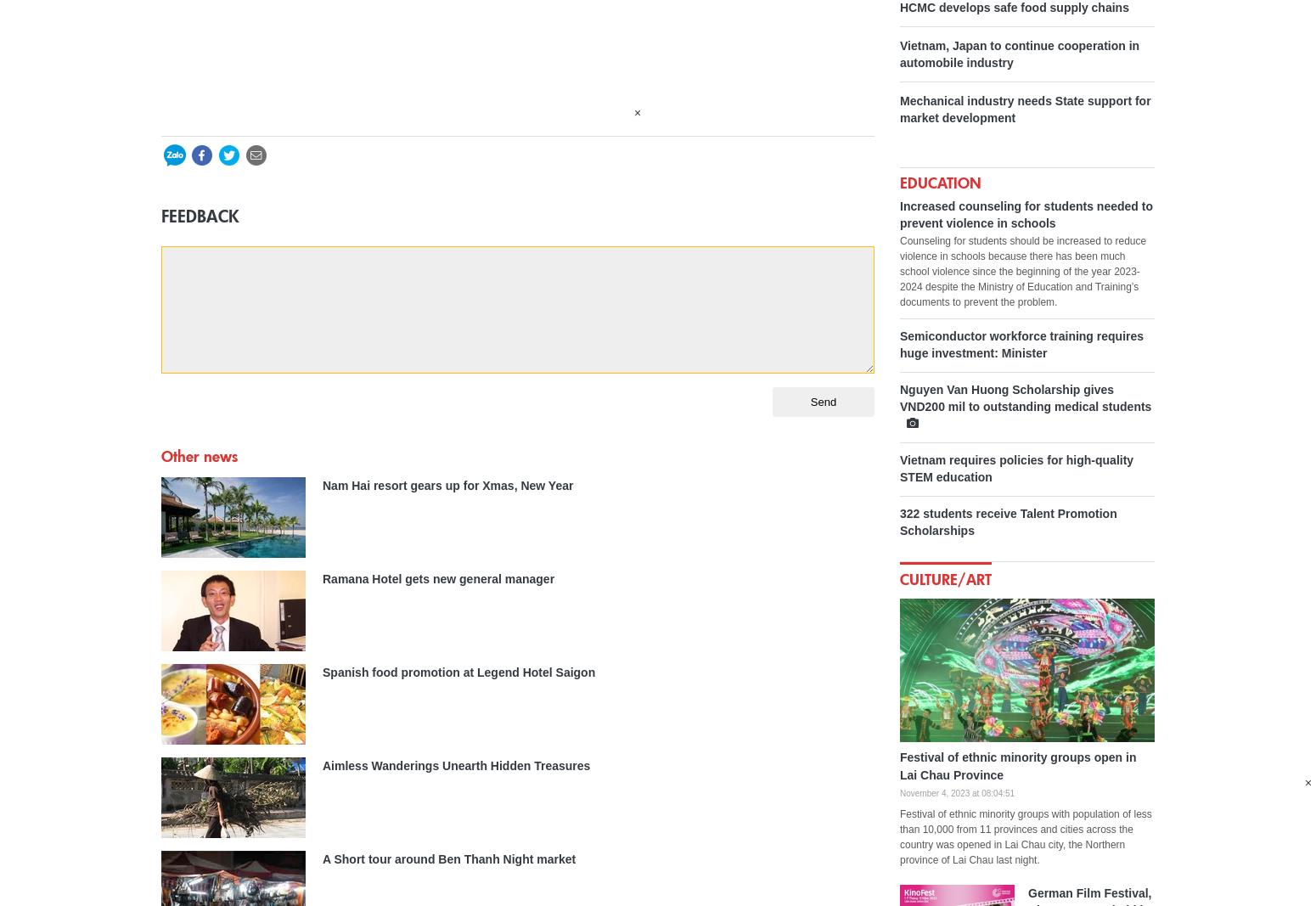 The image size is (1316, 906). Describe the element at coordinates (199, 456) in the screenshot. I see `'Other news'` at that location.